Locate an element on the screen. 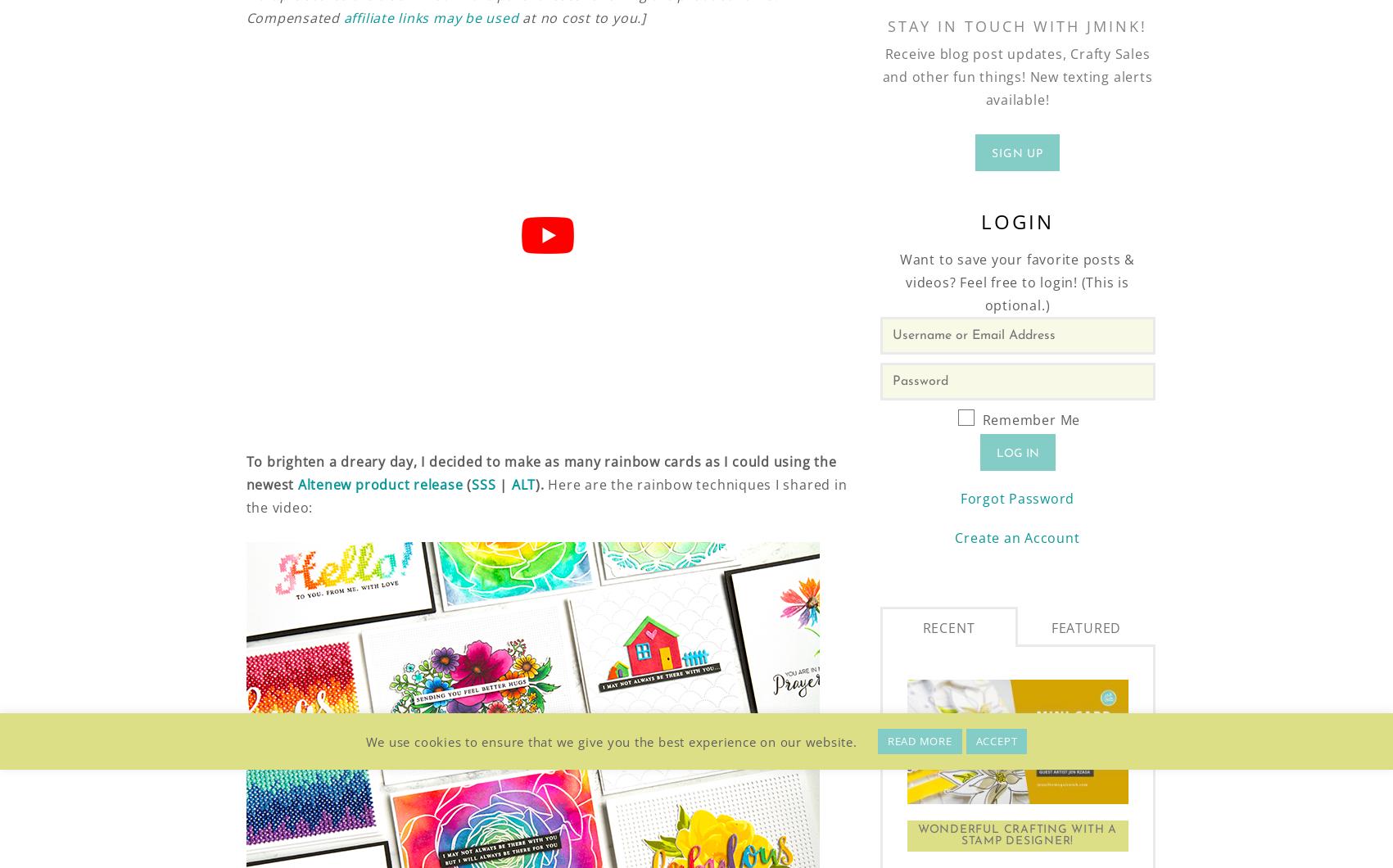 Image resolution: width=1393 pixels, height=868 pixels. 'Stay in Touch With JMink!' is located at coordinates (1017, 26).